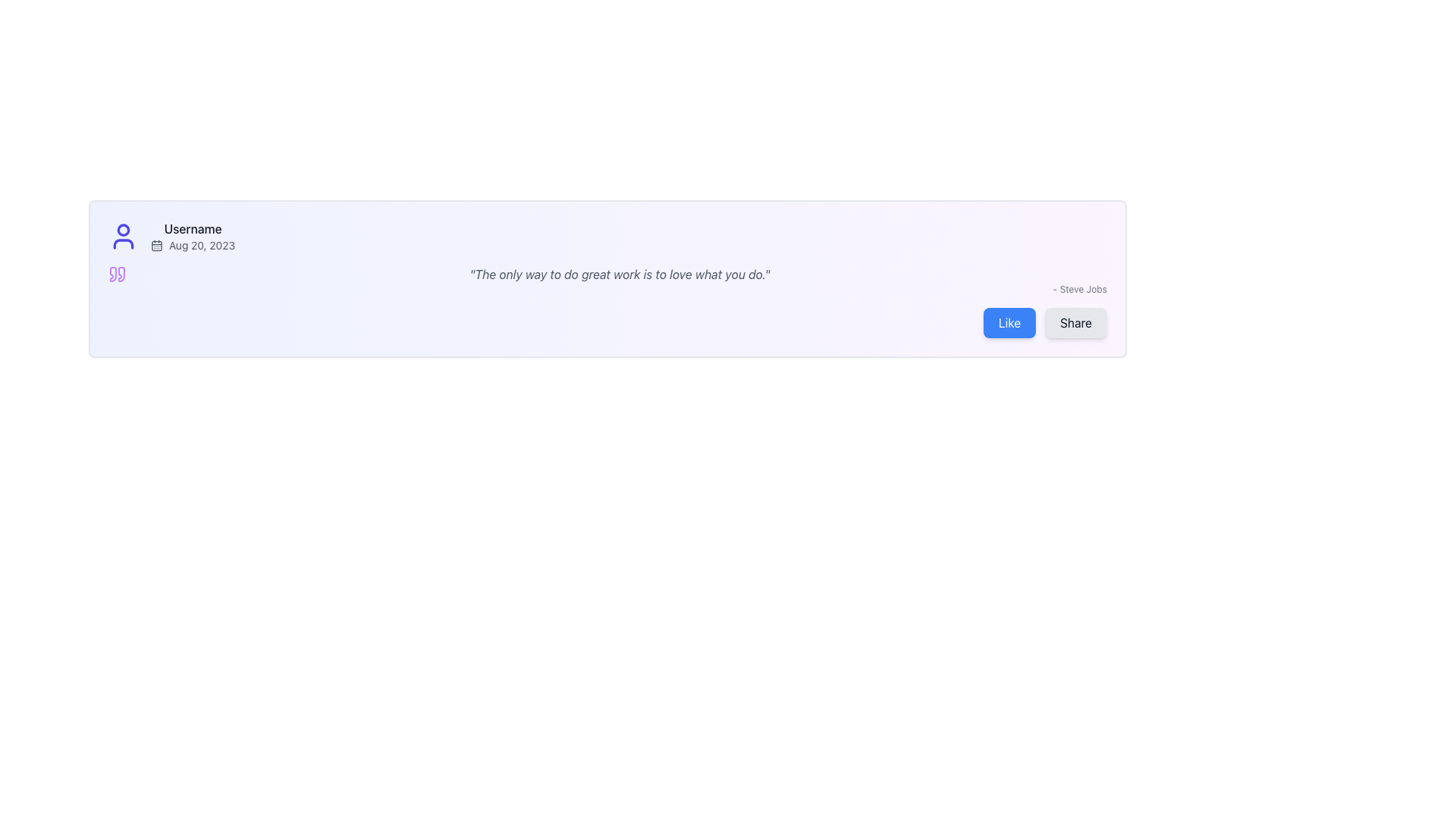 The image size is (1456, 819). What do you see at coordinates (116, 275) in the screenshot?
I see `the graphical icon resembling a pair of quotation marks, which is styled with a light purple color and positioned at the beginning of the quote text` at bounding box center [116, 275].